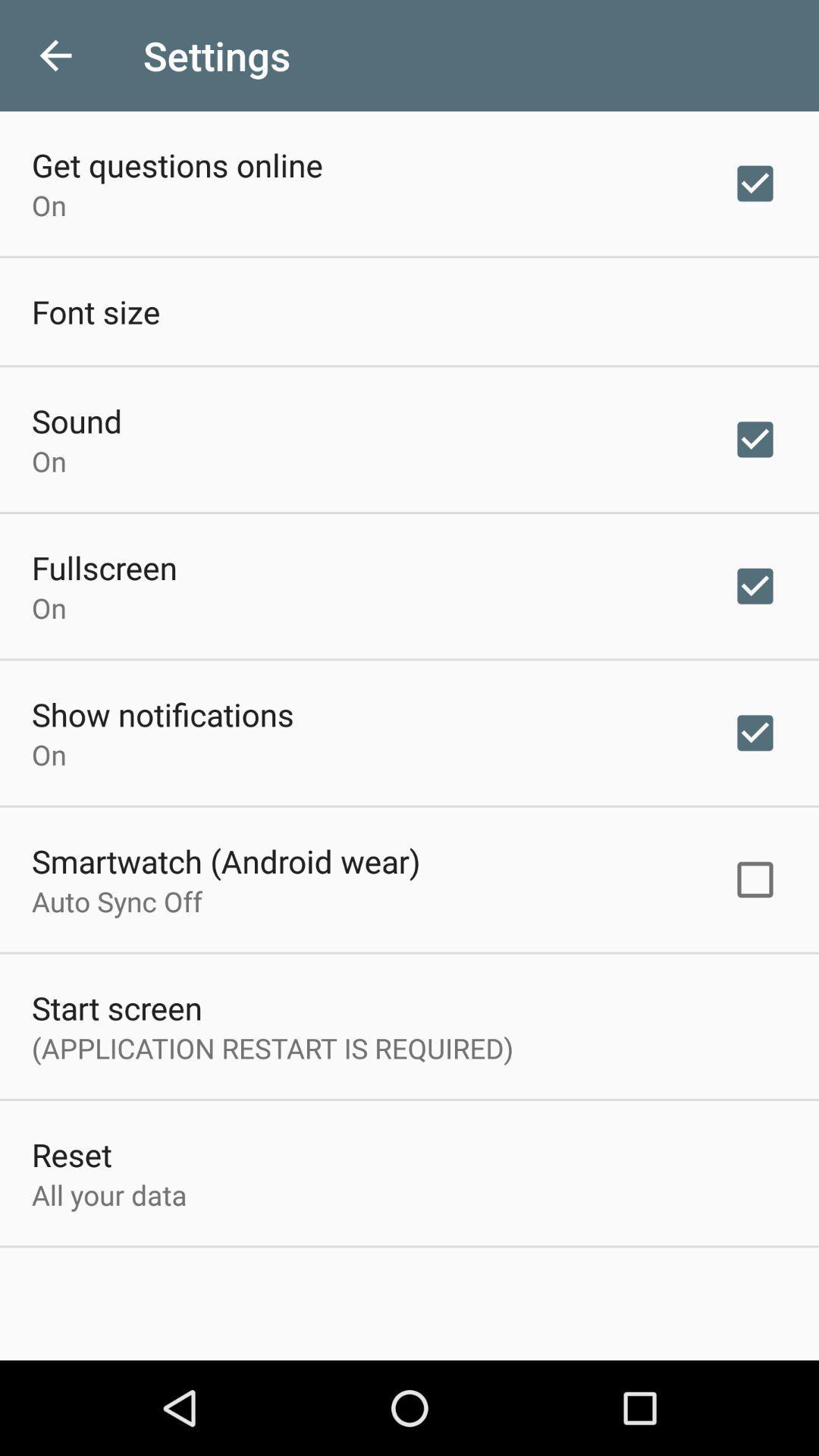  What do you see at coordinates (71, 1153) in the screenshot?
I see `icon below the application restart is item` at bounding box center [71, 1153].